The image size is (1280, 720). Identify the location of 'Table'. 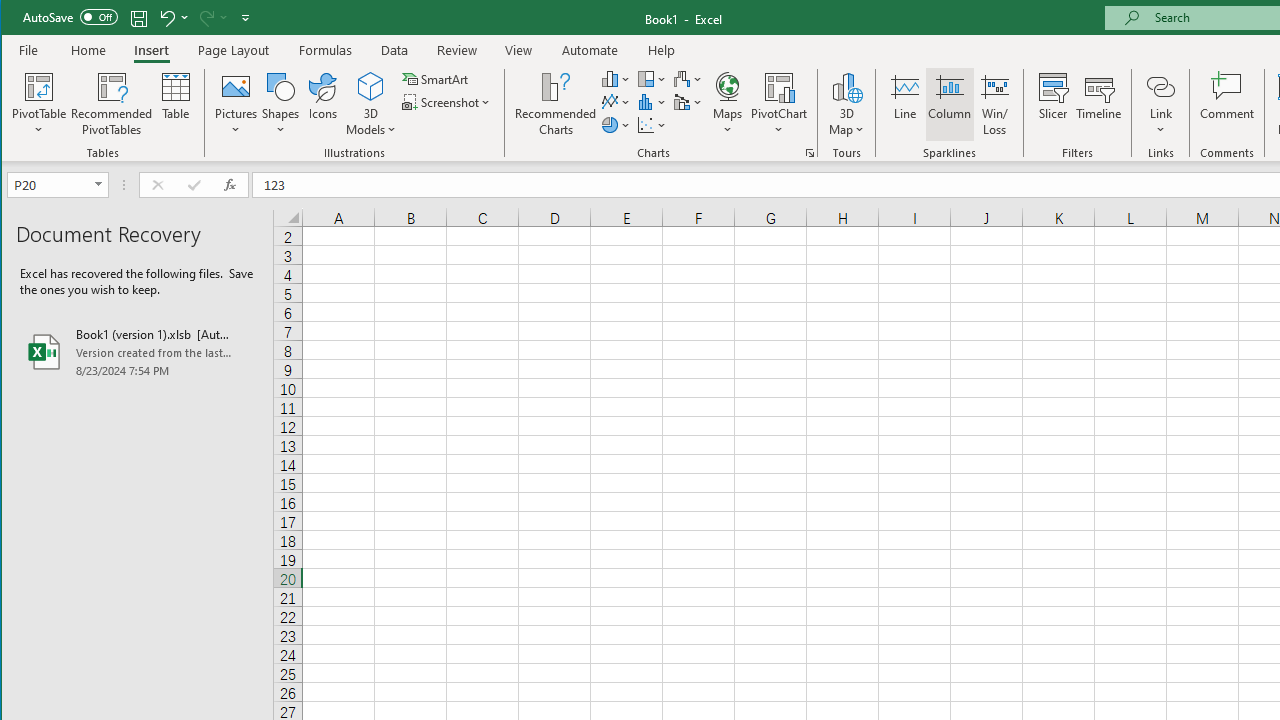
(176, 104).